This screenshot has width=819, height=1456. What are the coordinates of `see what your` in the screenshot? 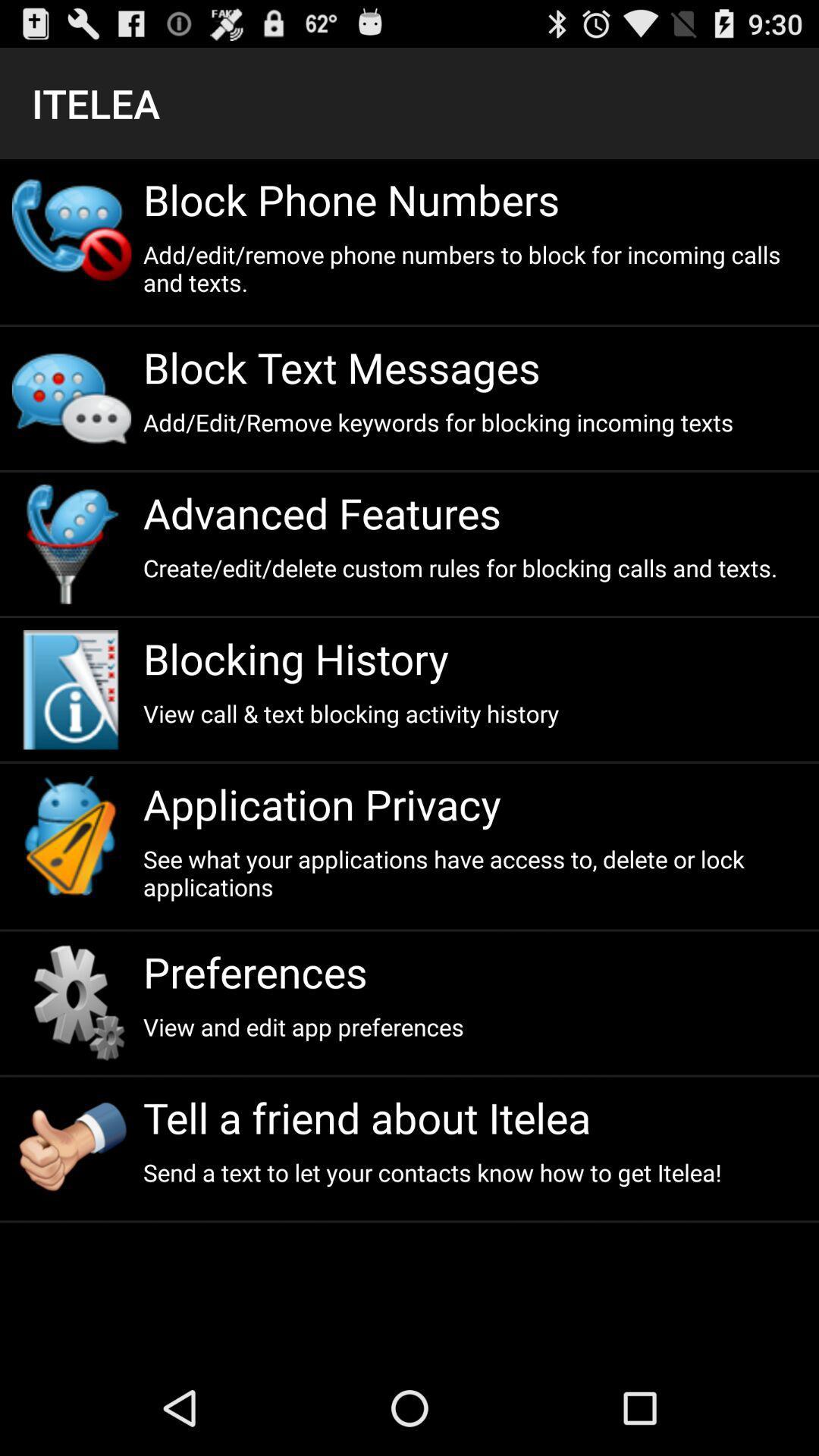 It's located at (474, 873).